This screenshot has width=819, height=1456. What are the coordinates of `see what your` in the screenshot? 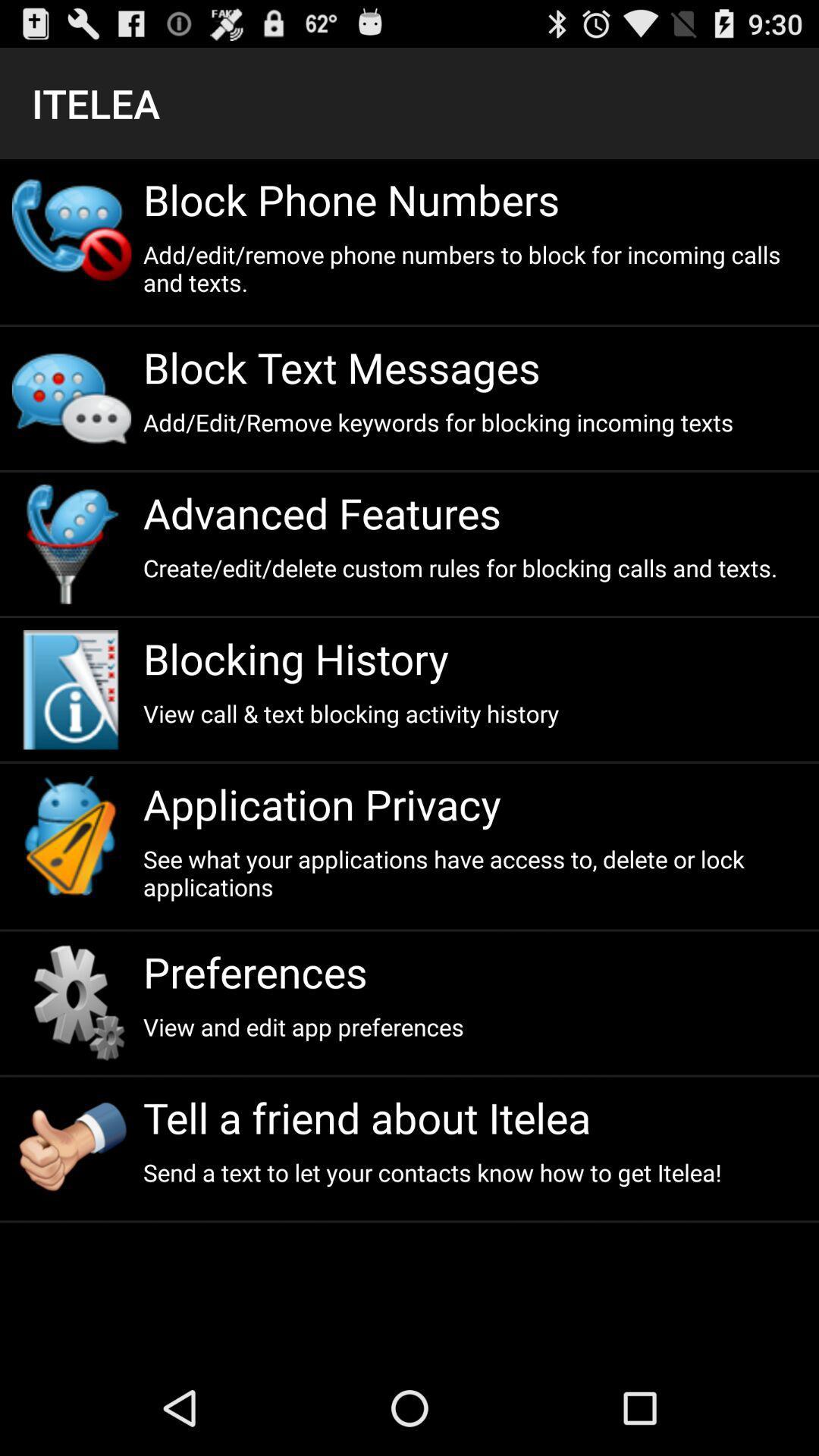 It's located at (474, 873).